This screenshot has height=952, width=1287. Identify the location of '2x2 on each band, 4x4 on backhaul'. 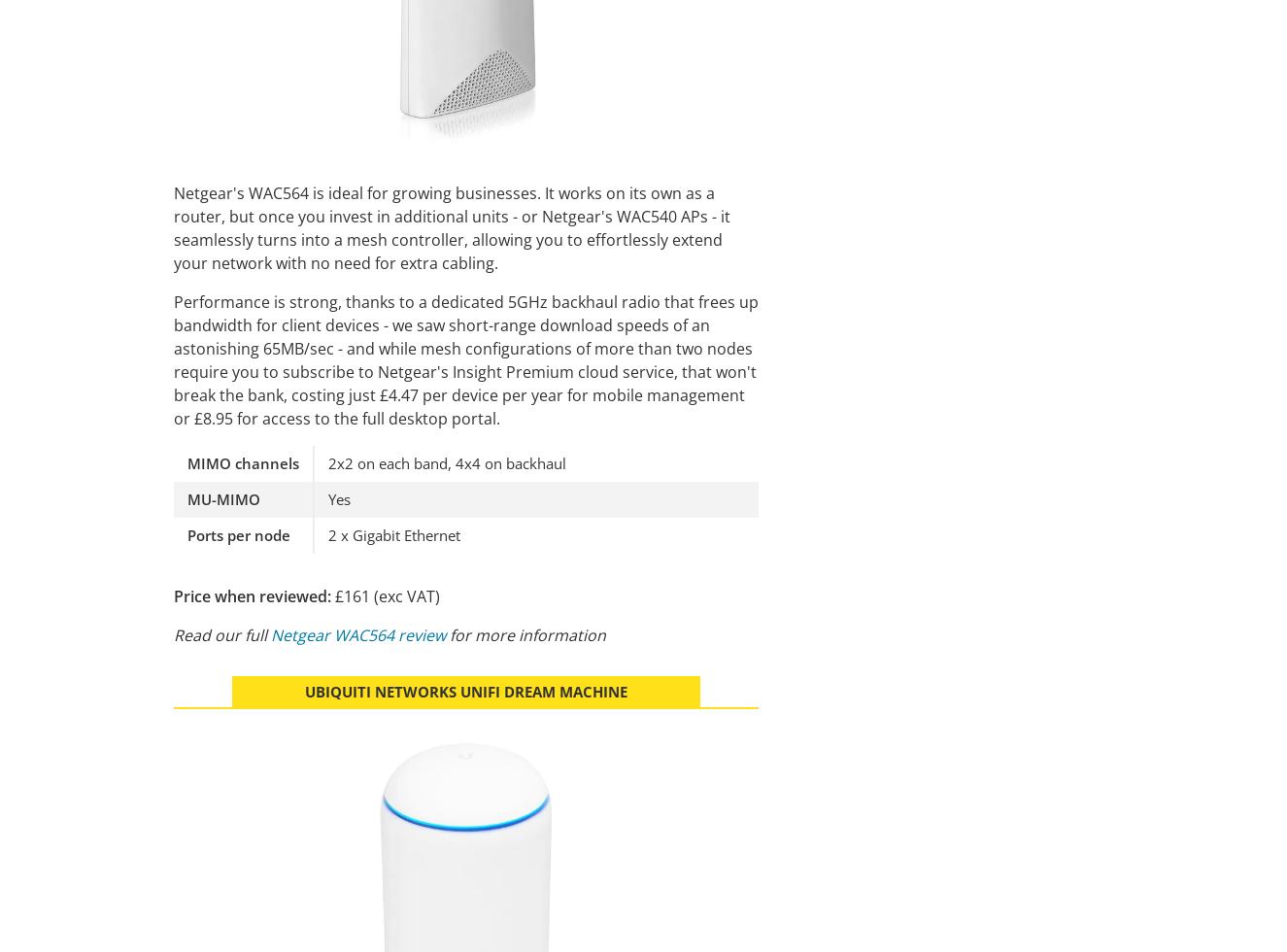
(446, 462).